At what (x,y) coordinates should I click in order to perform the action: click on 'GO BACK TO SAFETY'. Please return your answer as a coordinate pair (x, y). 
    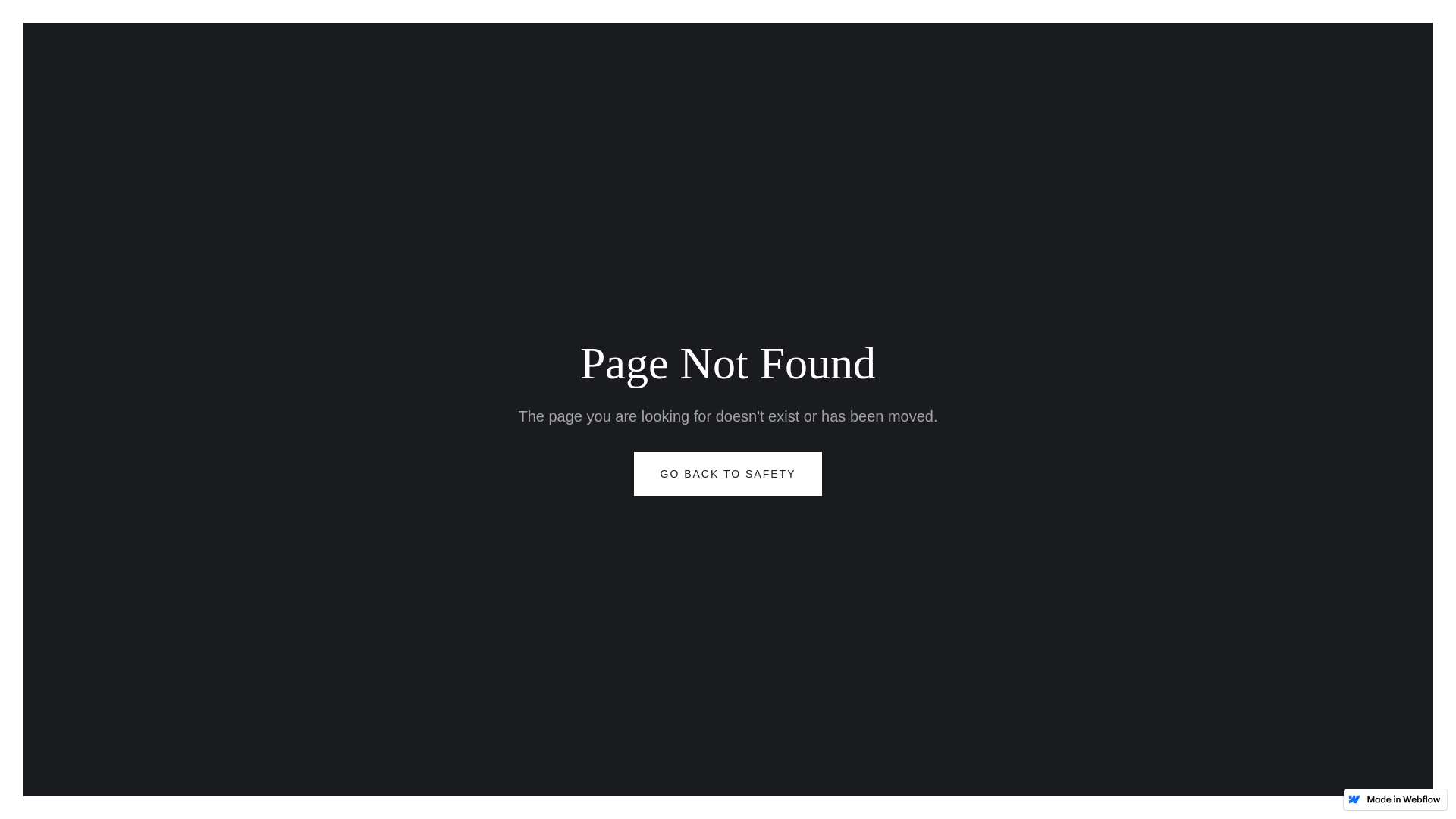
    Looking at the image, I should click on (728, 472).